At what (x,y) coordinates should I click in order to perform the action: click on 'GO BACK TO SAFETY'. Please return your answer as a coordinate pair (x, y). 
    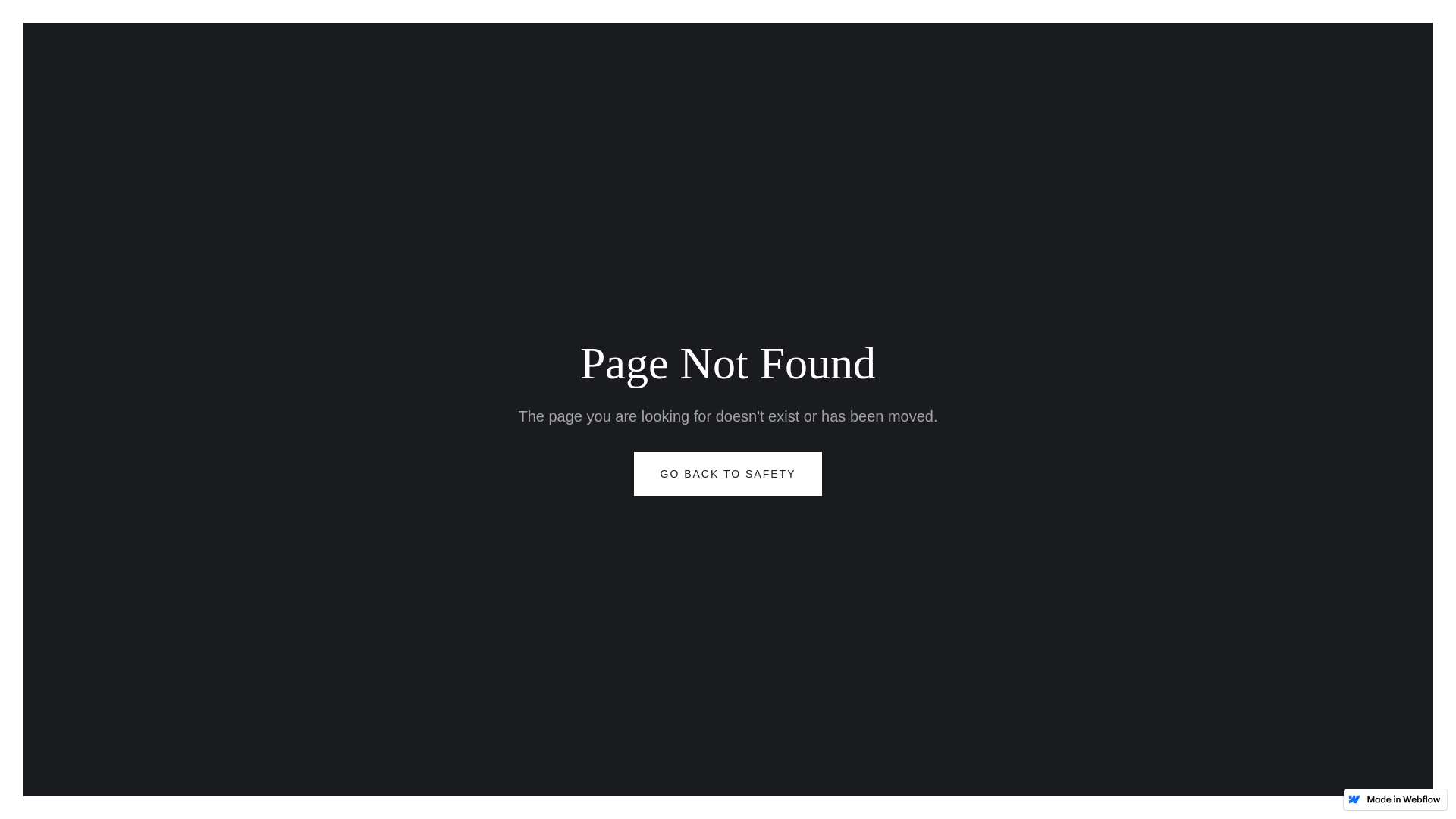
    Looking at the image, I should click on (728, 472).